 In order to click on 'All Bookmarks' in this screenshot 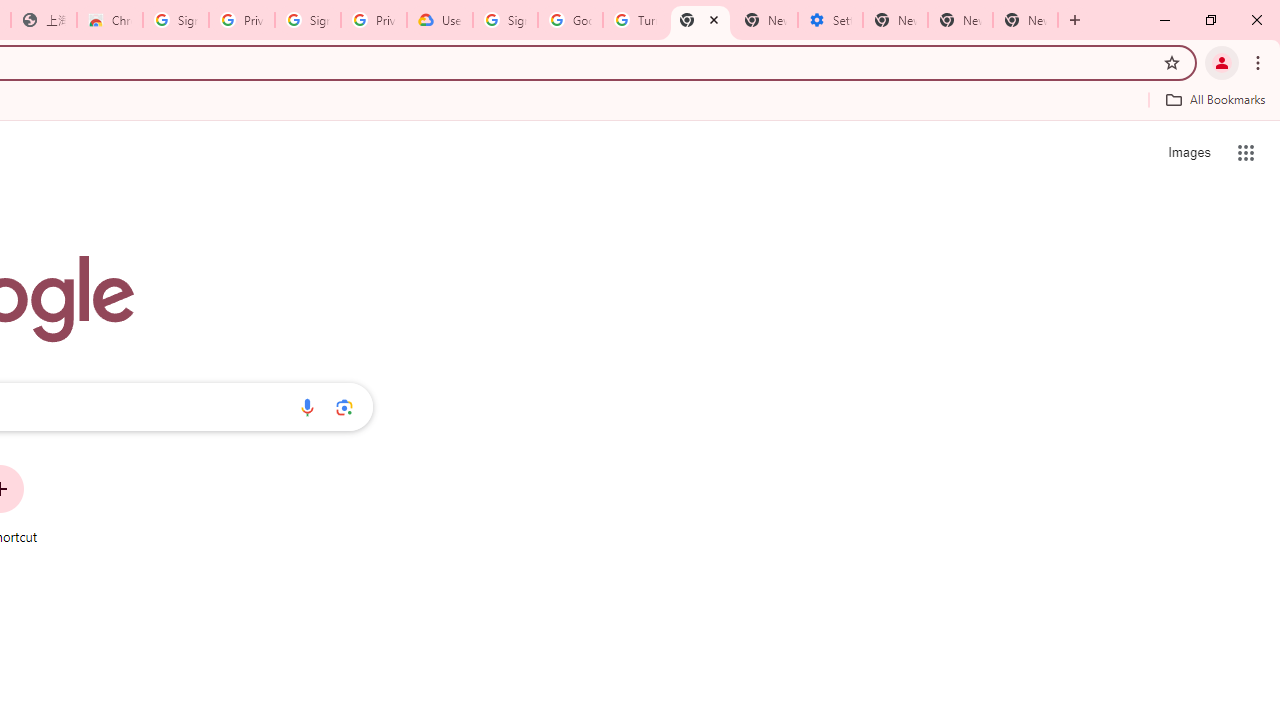, I will do `click(1214, 99)`.